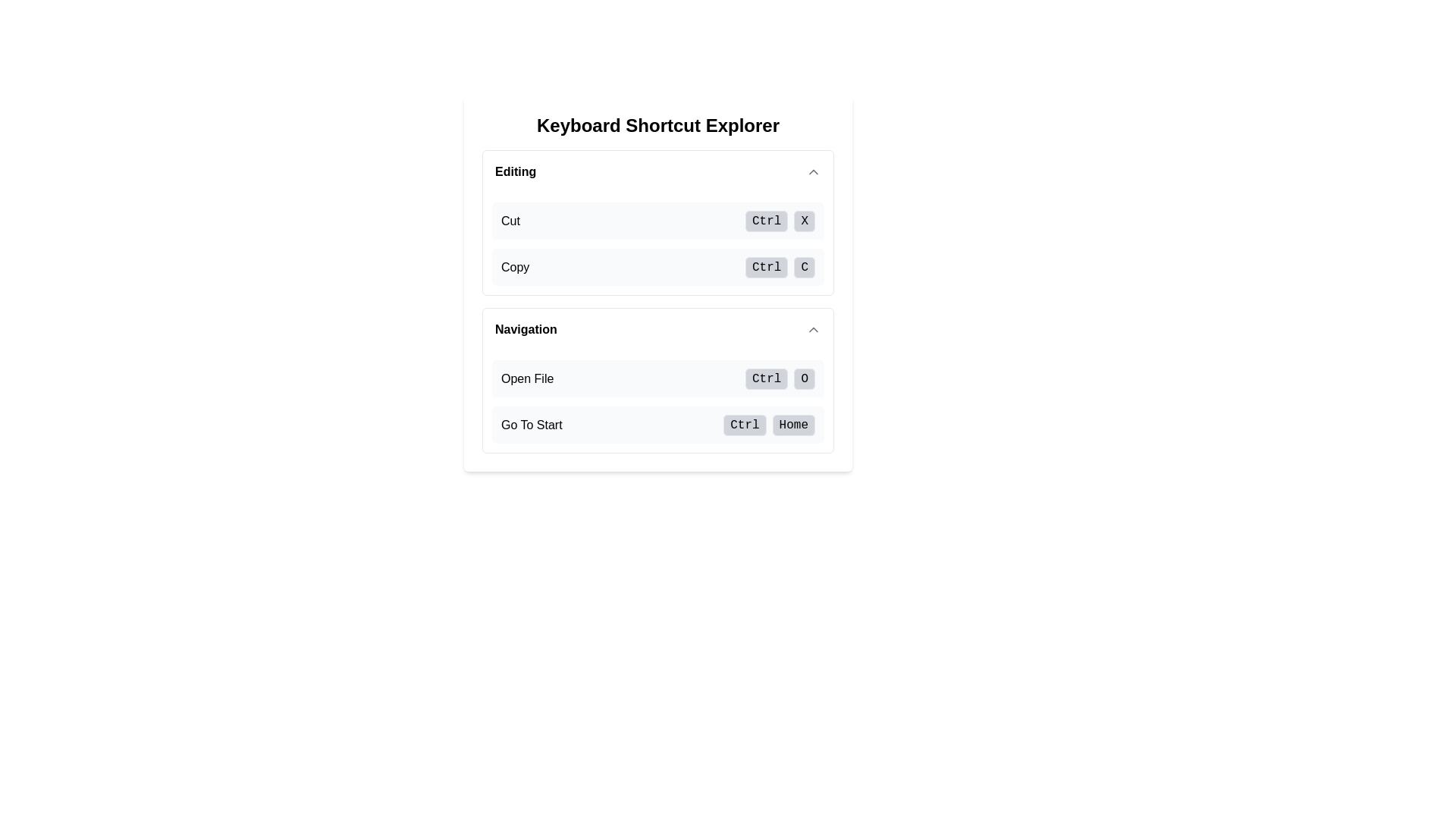 Image resolution: width=1456 pixels, height=819 pixels. Describe the element at coordinates (804, 378) in the screenshot. I see `the rounded rectangular button with a light gray background and 'O' text, located in the 'Navigation' section of the 'Keyboard Shortcut Explorer' interface` at that location.